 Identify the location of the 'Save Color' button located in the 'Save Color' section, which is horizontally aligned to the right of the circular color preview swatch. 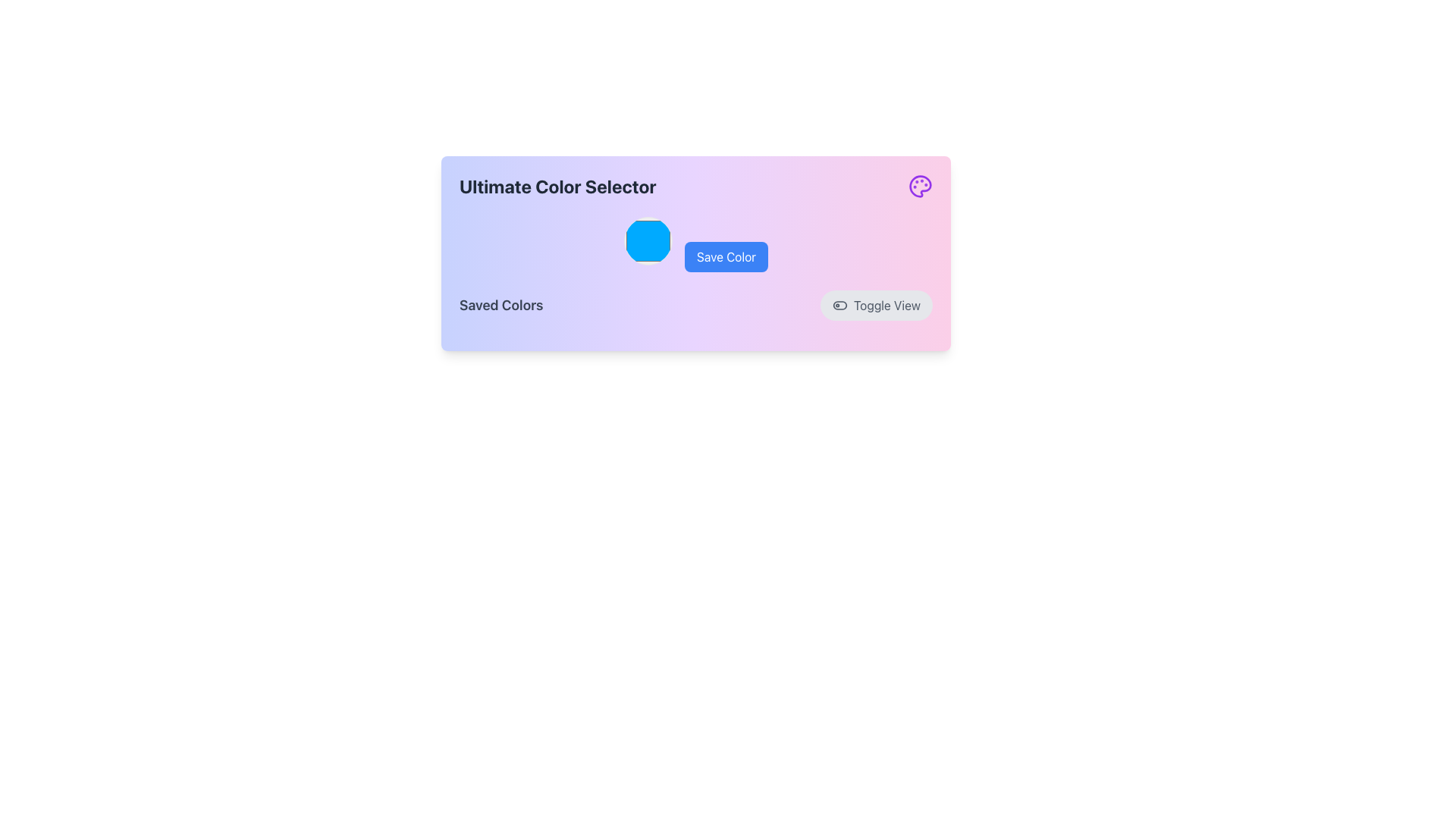
(695, 243).